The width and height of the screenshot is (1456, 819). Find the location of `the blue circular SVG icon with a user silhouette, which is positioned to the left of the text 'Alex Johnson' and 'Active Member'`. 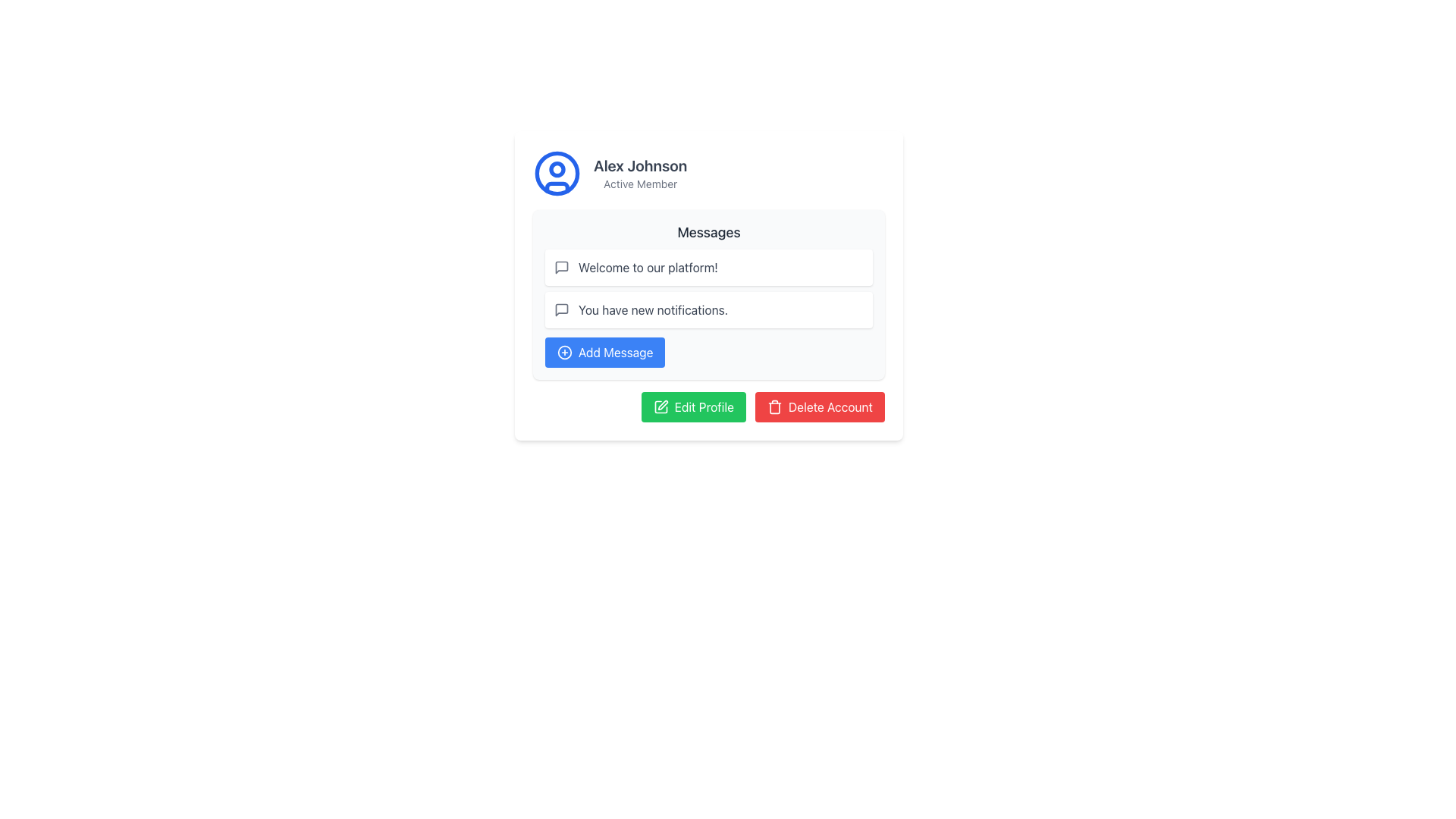

the blue circular SVG icon with a user silhouette, which is positioned to the left of the text 'Alex Johnson' and 'Active Member' is located at coordinates (556, 172).